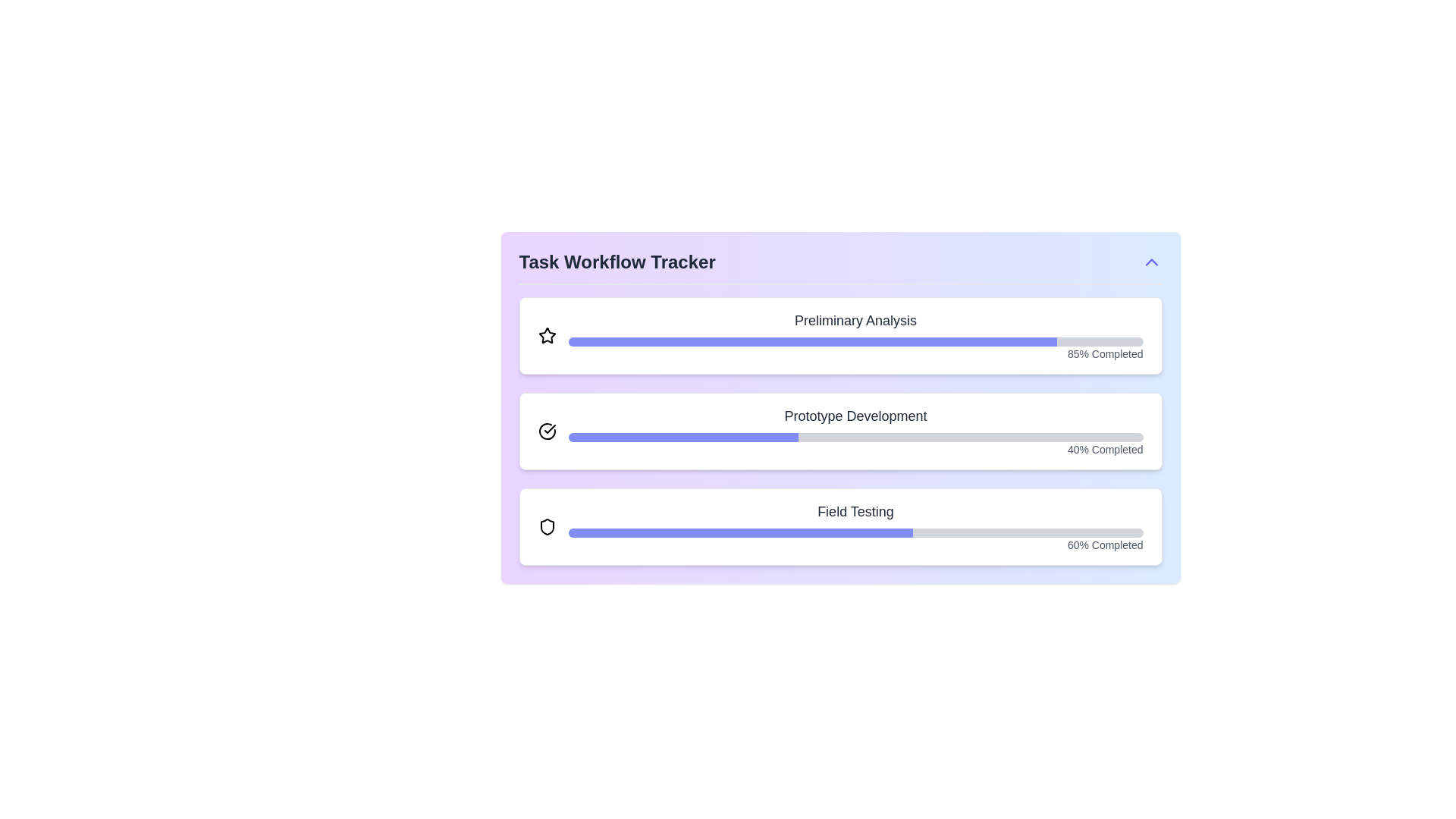  What do you see at coordinates (546, 526) in the screenshot?
I see `the shield icon representing protection, located next to the progress bar and label 'Field Testing' within the 'Task Workflow Tracker' section` at bounding box center [546, 526].